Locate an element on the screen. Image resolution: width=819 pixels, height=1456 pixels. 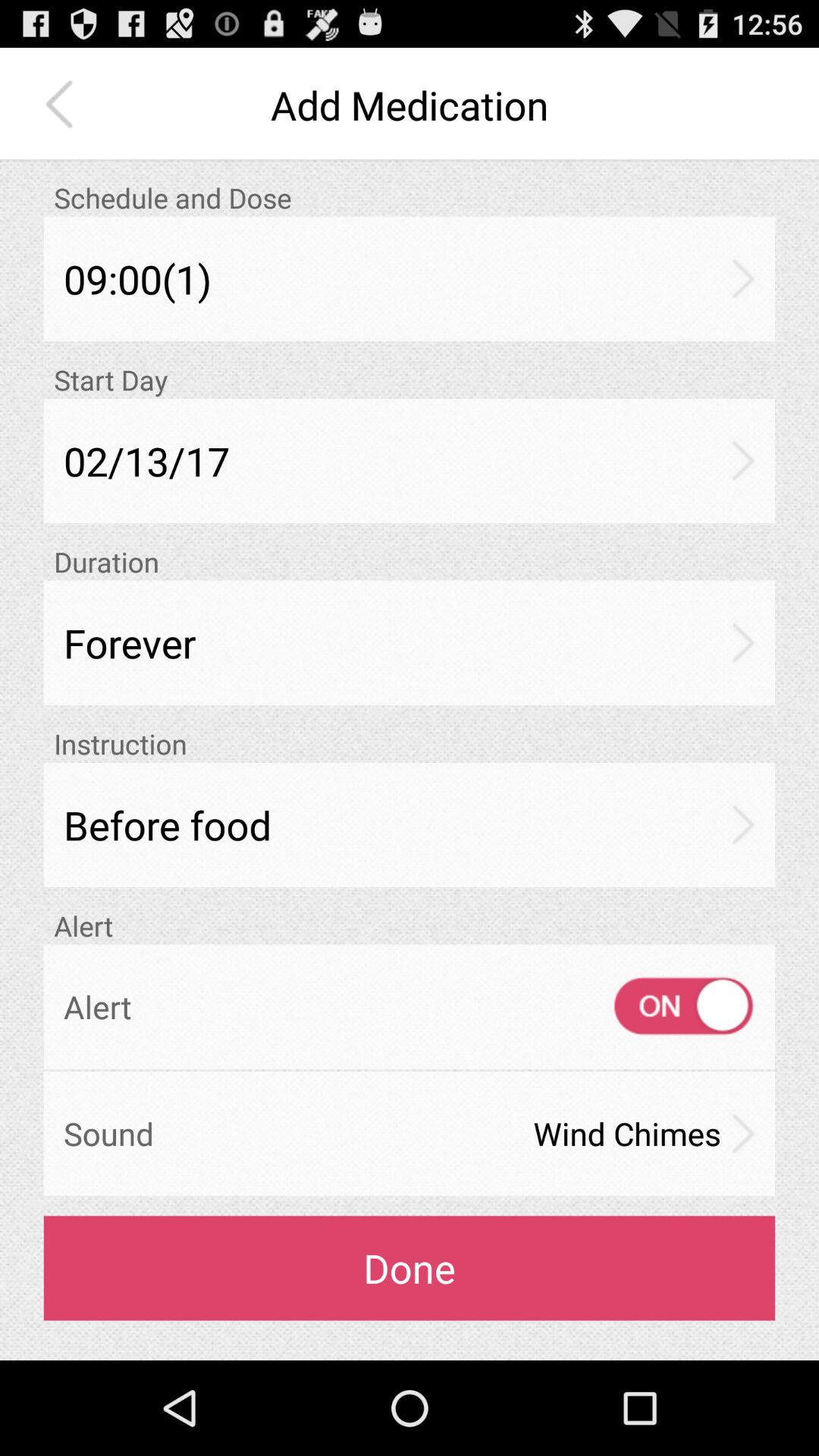
02/13/17 app is located at coordinates (409, 460).